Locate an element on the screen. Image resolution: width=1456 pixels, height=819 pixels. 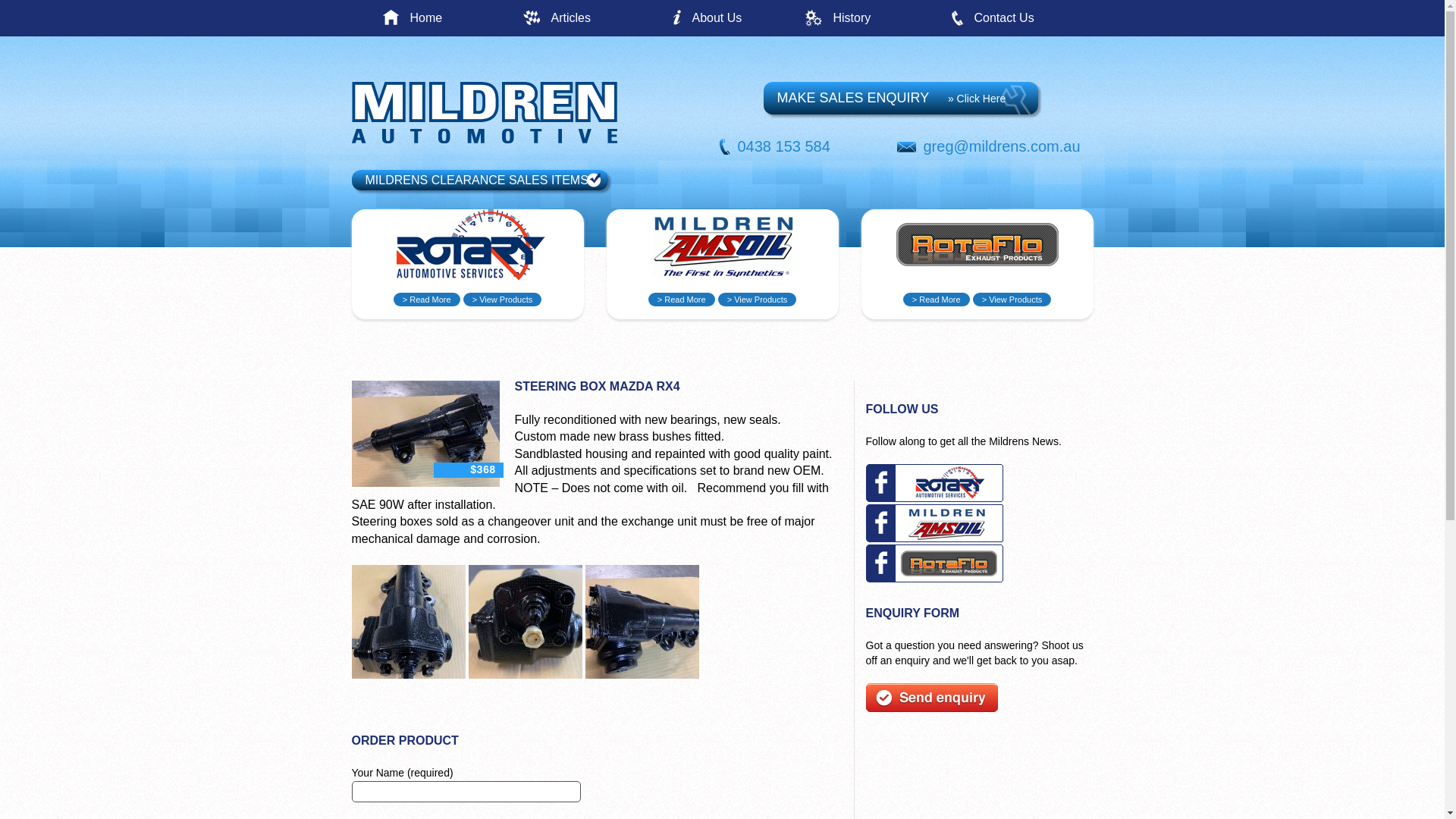
'About Us' is located at coordinates (748, 17).